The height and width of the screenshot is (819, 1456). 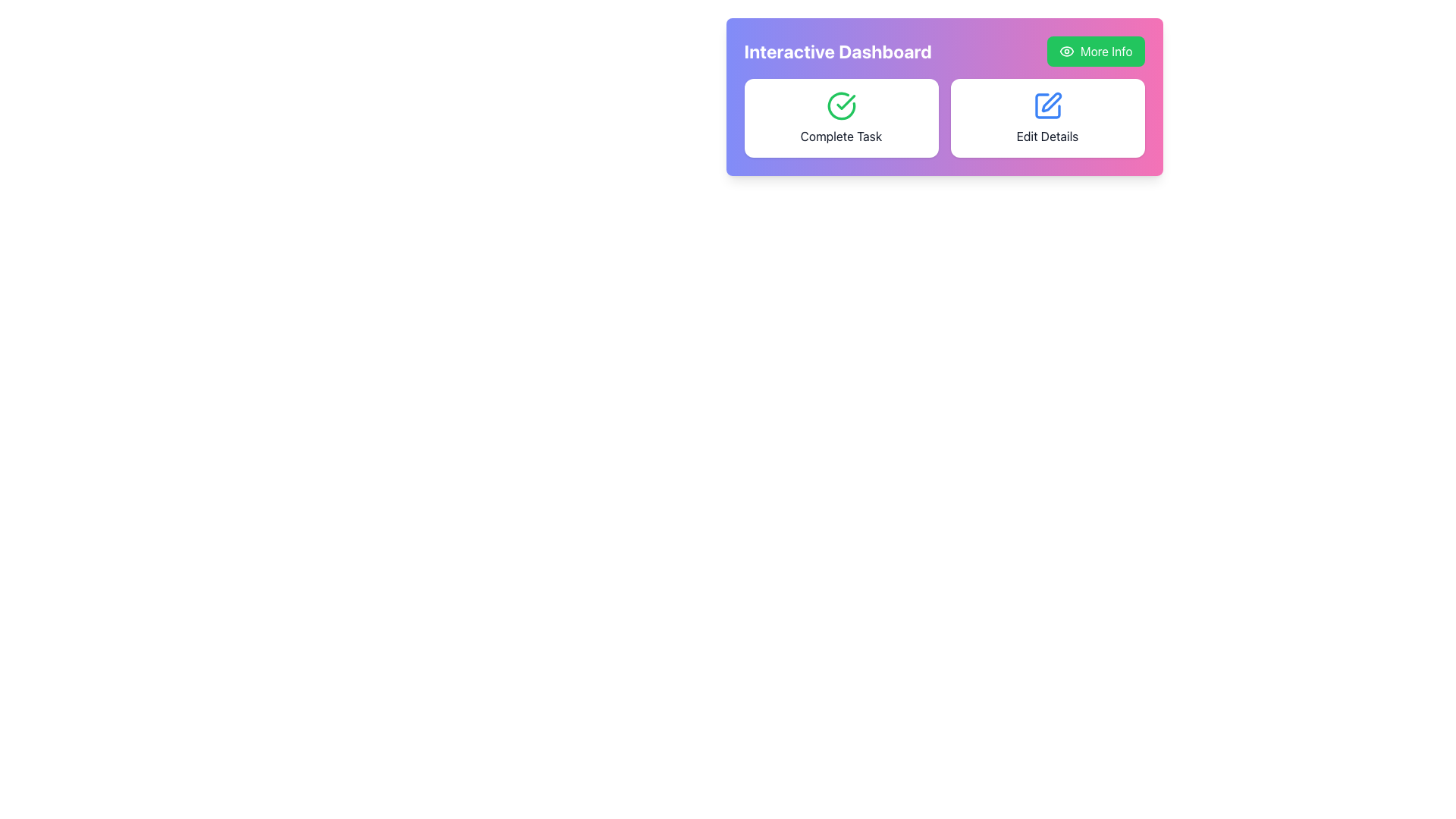 What do you see at coordinates (1065, 51) in the screenshot?
I see `the eye icon located inside the 'More Info' button in the top-right corner of the interface` at bounding box center [1065, 51].